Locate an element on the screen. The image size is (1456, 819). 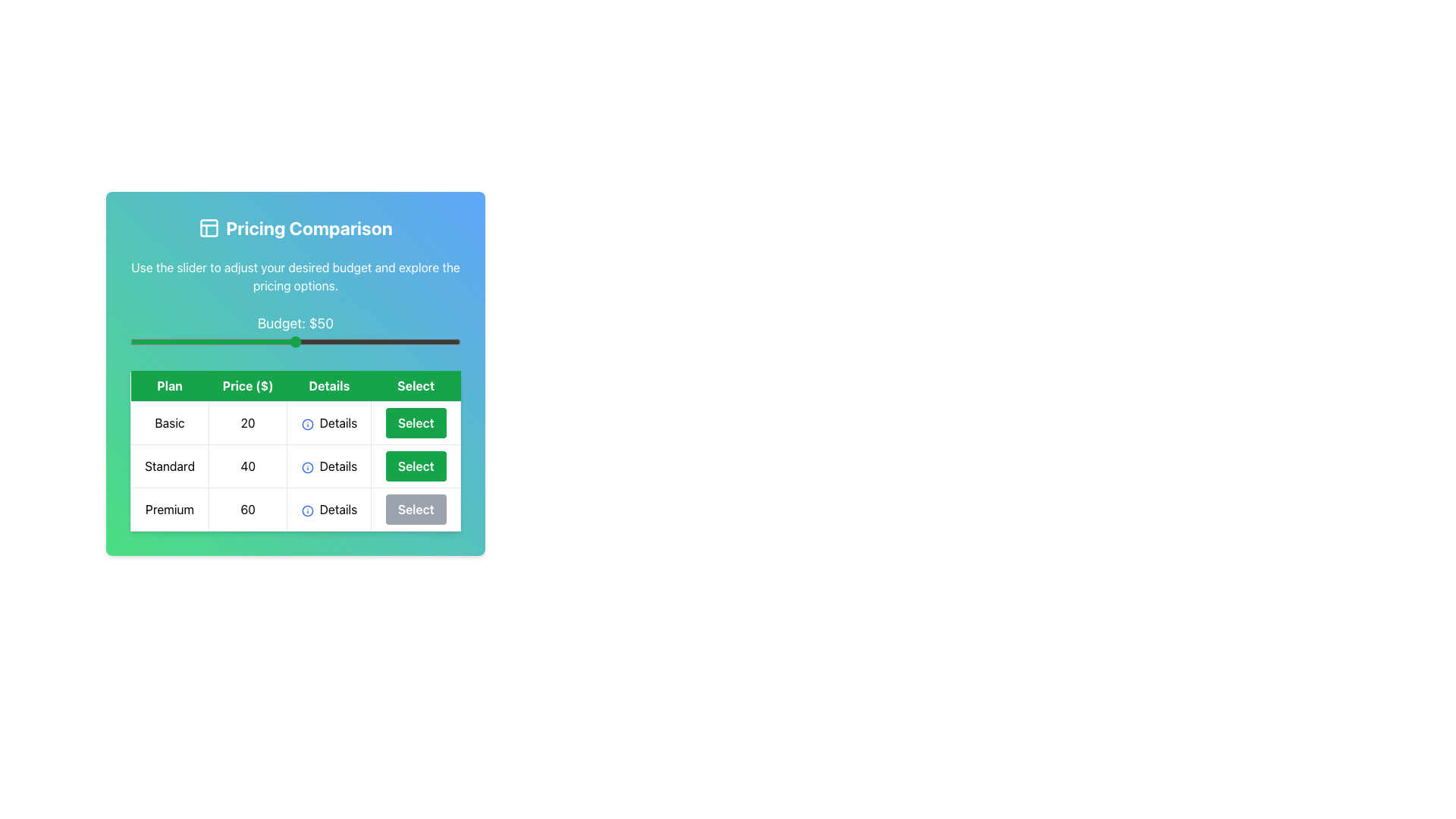
the button in the 'Details' column for the 'Premium' plan is located at coordinates (328, 509).